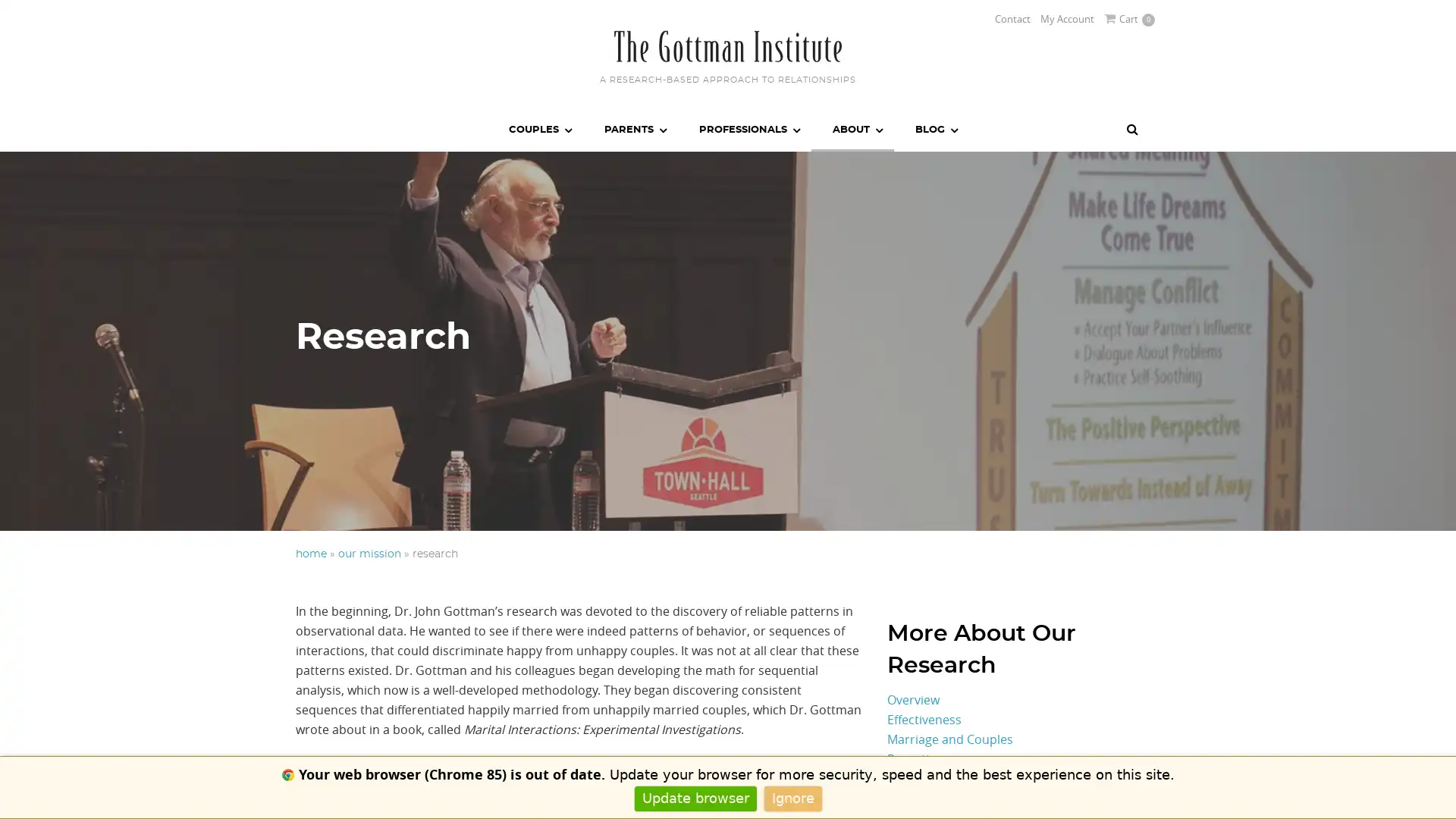 The image size is (1456, 819). Describe the element at coordinates (792, 798) in the screenshot. I see `Ignore` at that location.